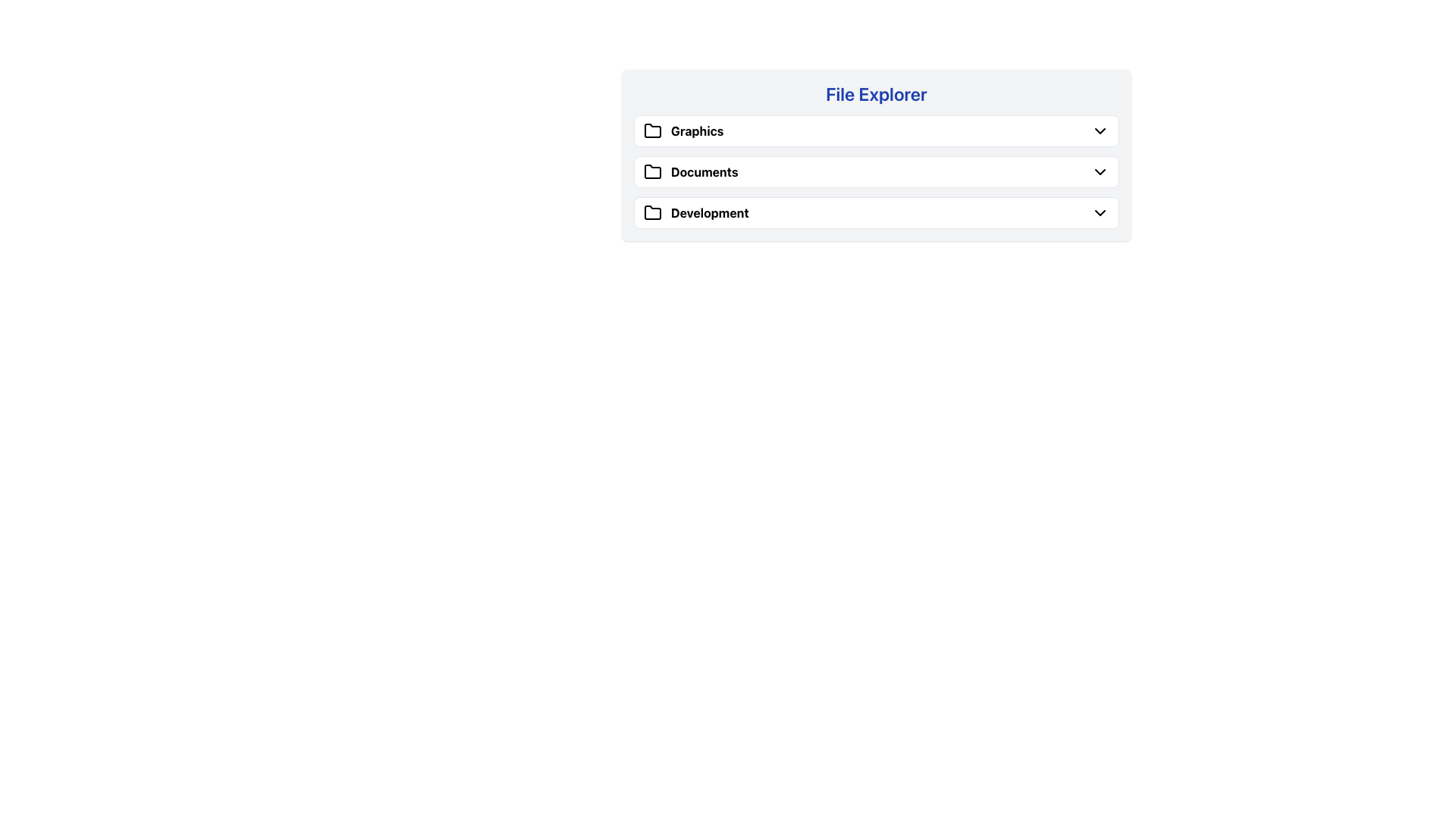 The height and width of the screenshot is (819, 1456). I want to click on the dropdown toggle icon at the right end of the 'Development' row in the file explorer interface, so click(1100, 213).